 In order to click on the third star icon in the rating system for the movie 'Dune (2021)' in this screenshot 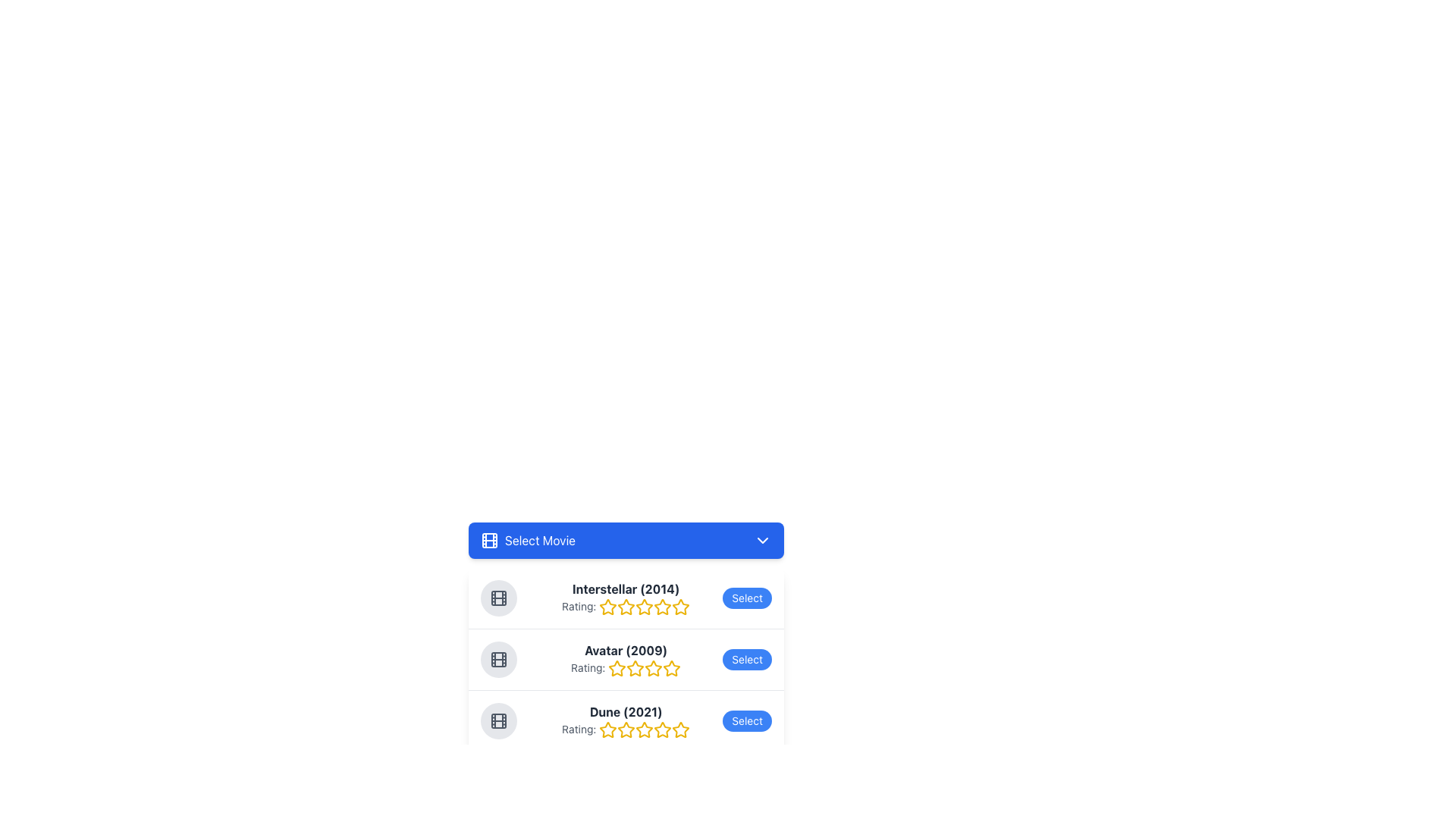, I will do `click(645, 729)`.